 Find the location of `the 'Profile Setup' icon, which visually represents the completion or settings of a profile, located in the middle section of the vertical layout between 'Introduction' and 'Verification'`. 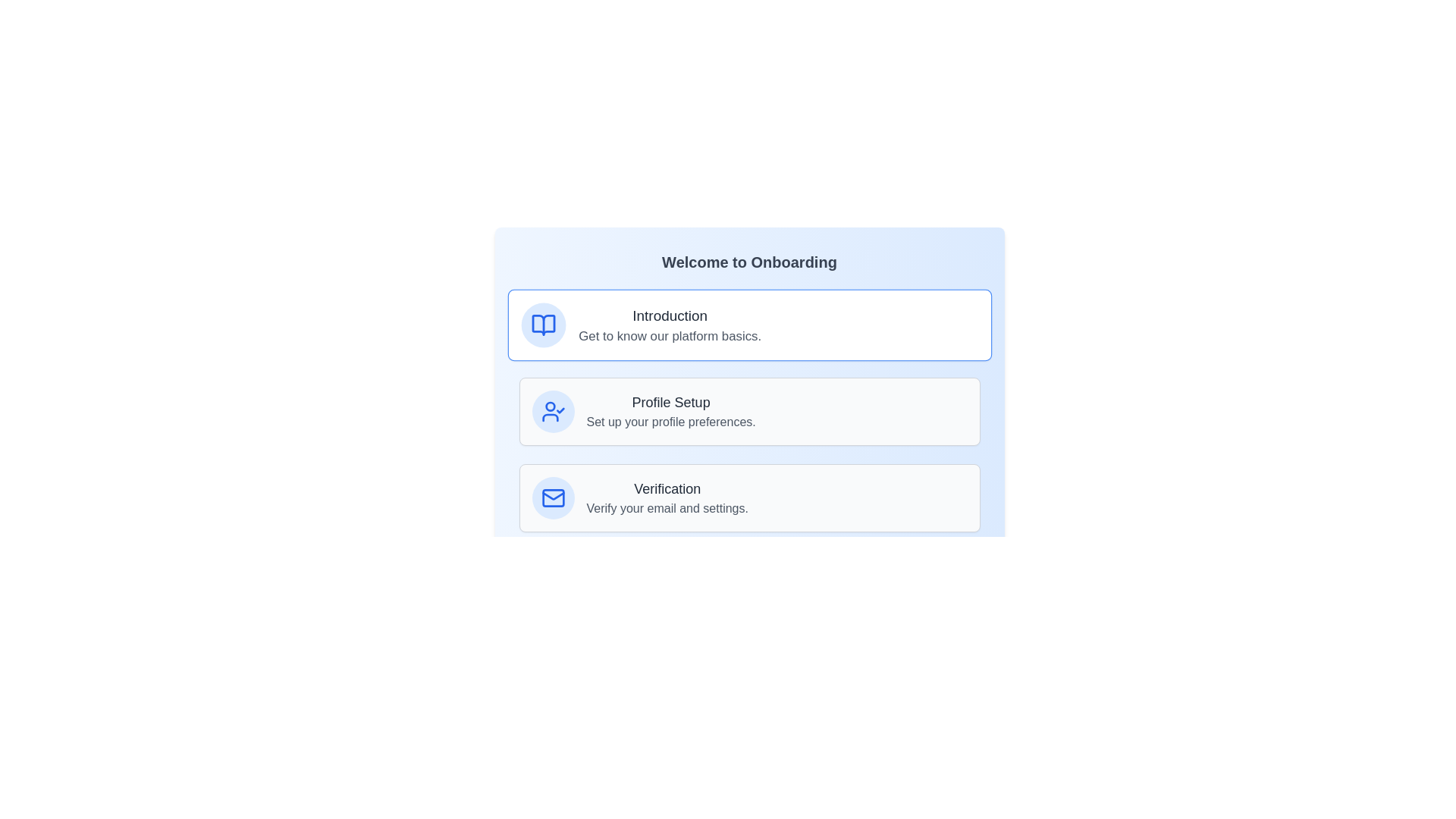

the 'Profile Setup' icon, which visually represents the completion or settings of a profile, located in the middle section of the vertical layout between 'Introduction' and 'Verification' is located at coordinates (552, 412).